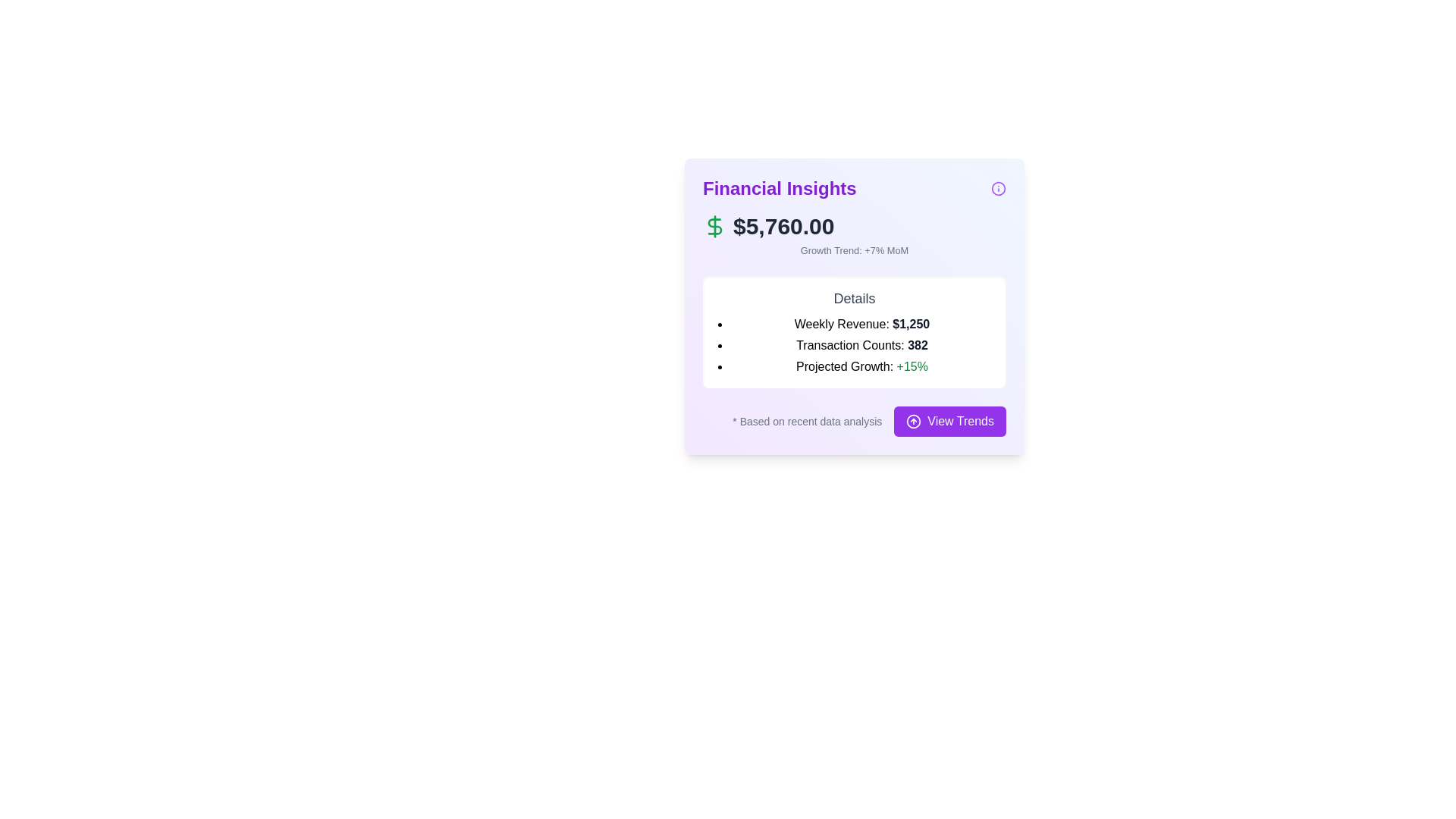 The width and height of the screenshot is (1456, 819). I want to click on the currency icon located immediately to the left of the dollar amount '$5,760.00' in the 'Financial Insights' box, so click(714, 227).